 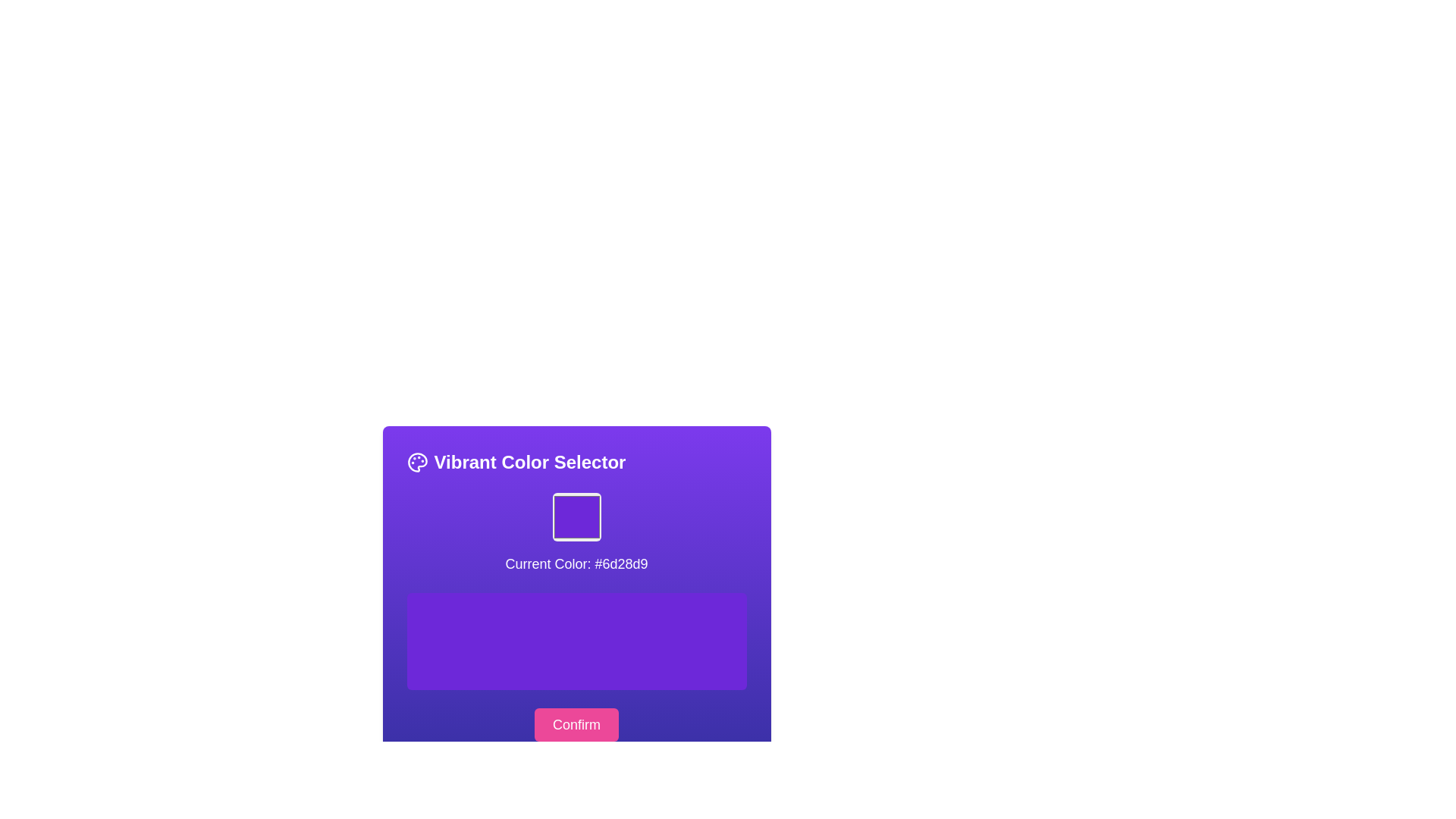 What do you see at coordinates (576, 516) in the screenshot?
I see `the Color Preview Box, which is a square element with a bright purple color (#6d28d9) and rounded borders` at bounding box center [576, 516].